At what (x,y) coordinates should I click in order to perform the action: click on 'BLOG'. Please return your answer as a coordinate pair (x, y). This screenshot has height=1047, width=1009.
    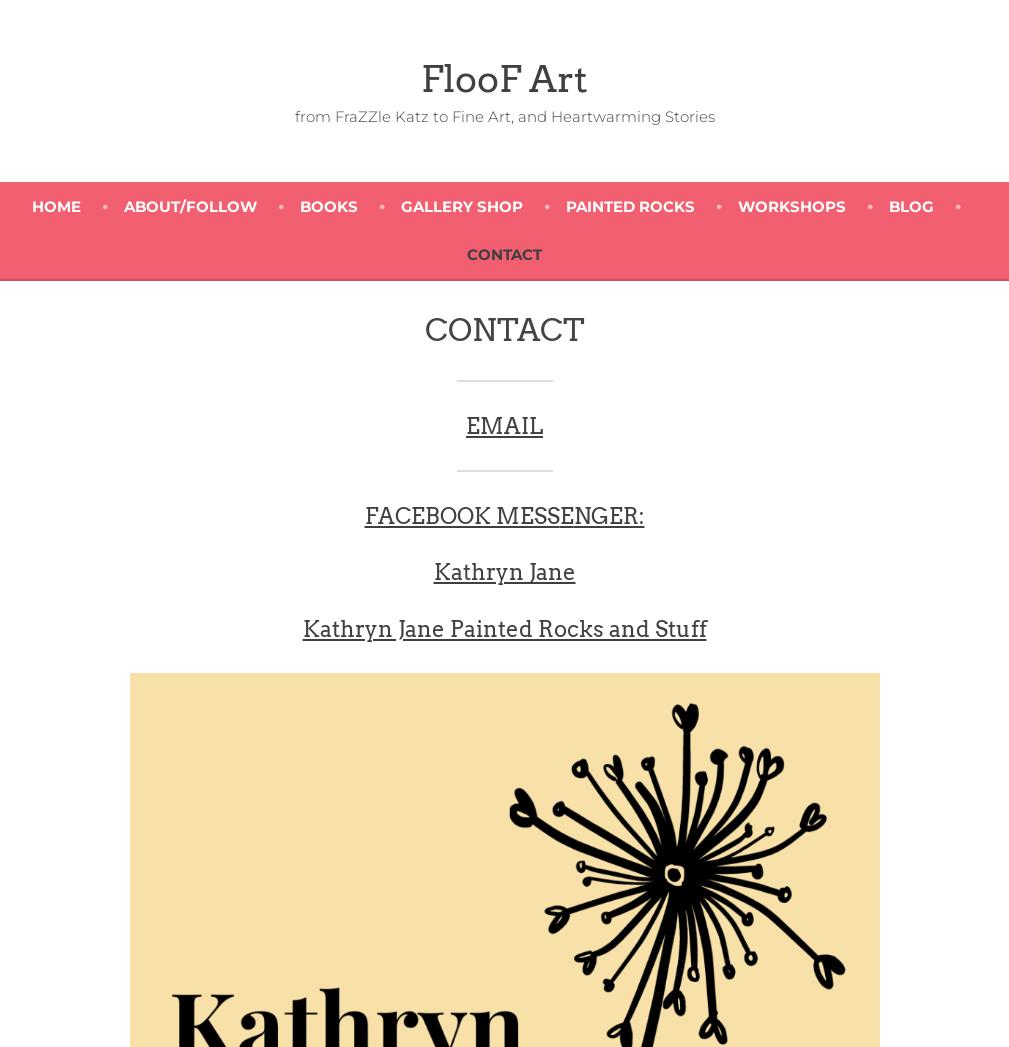
    Looking at the image, I should click on (889, 204).